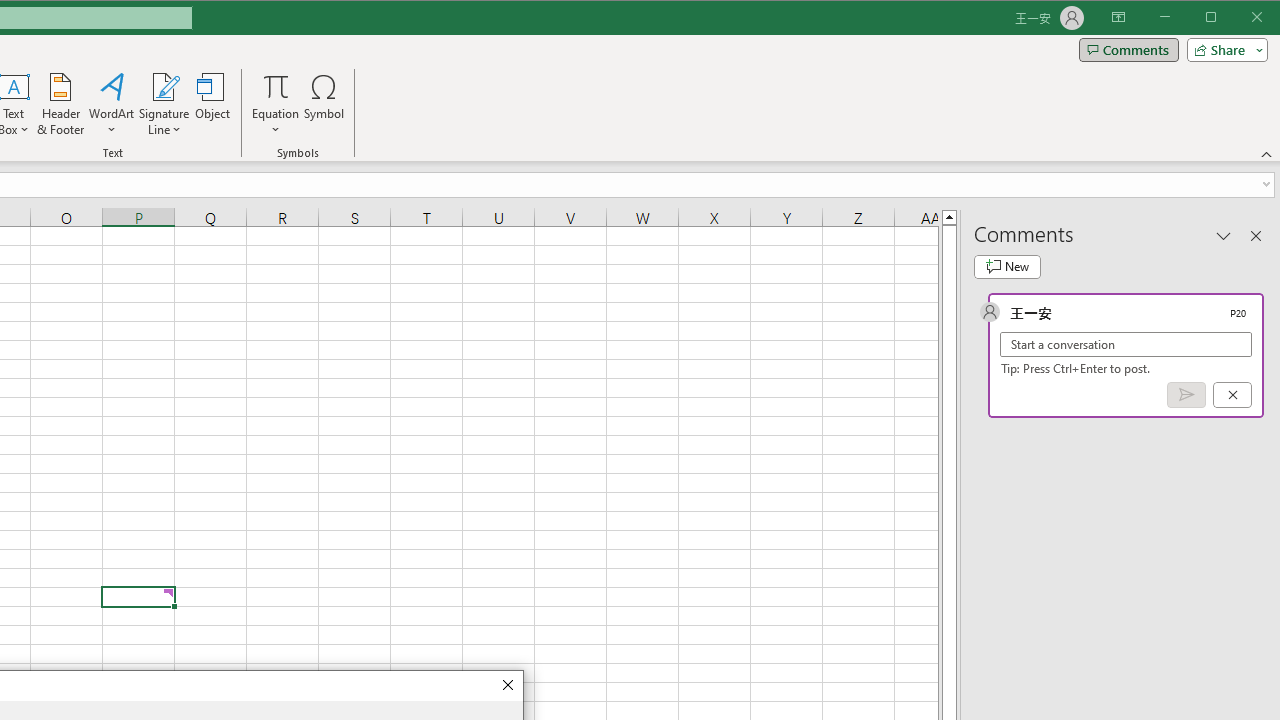 Image resolution: width=1280 pixels, height=720 pixels. I want to click on 'Maximize', so click(1238, 19).